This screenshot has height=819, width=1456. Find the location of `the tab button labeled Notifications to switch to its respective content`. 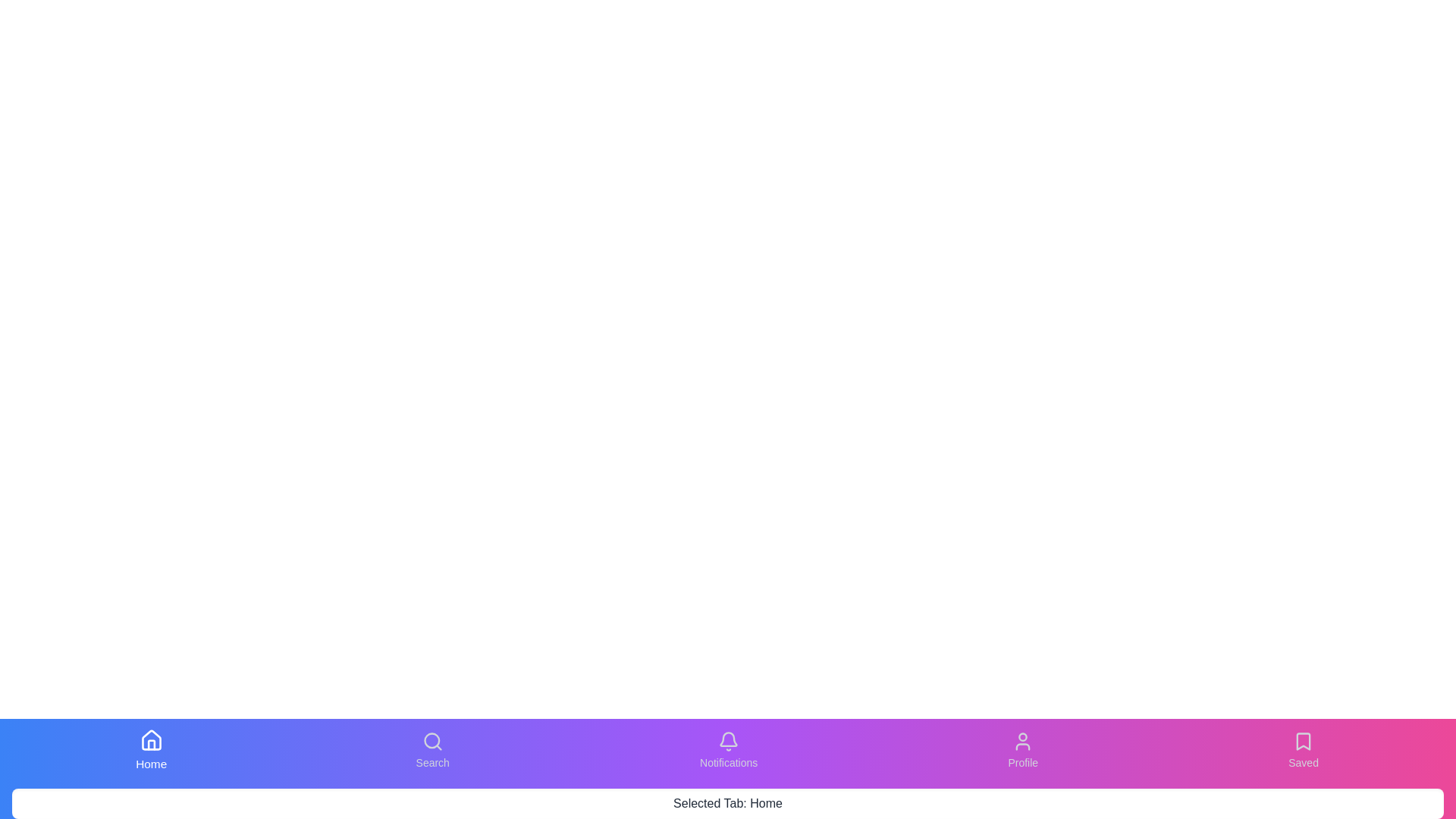

the tab button labeled Notifications to switch to its respective content is located at coordinates (729, 751).